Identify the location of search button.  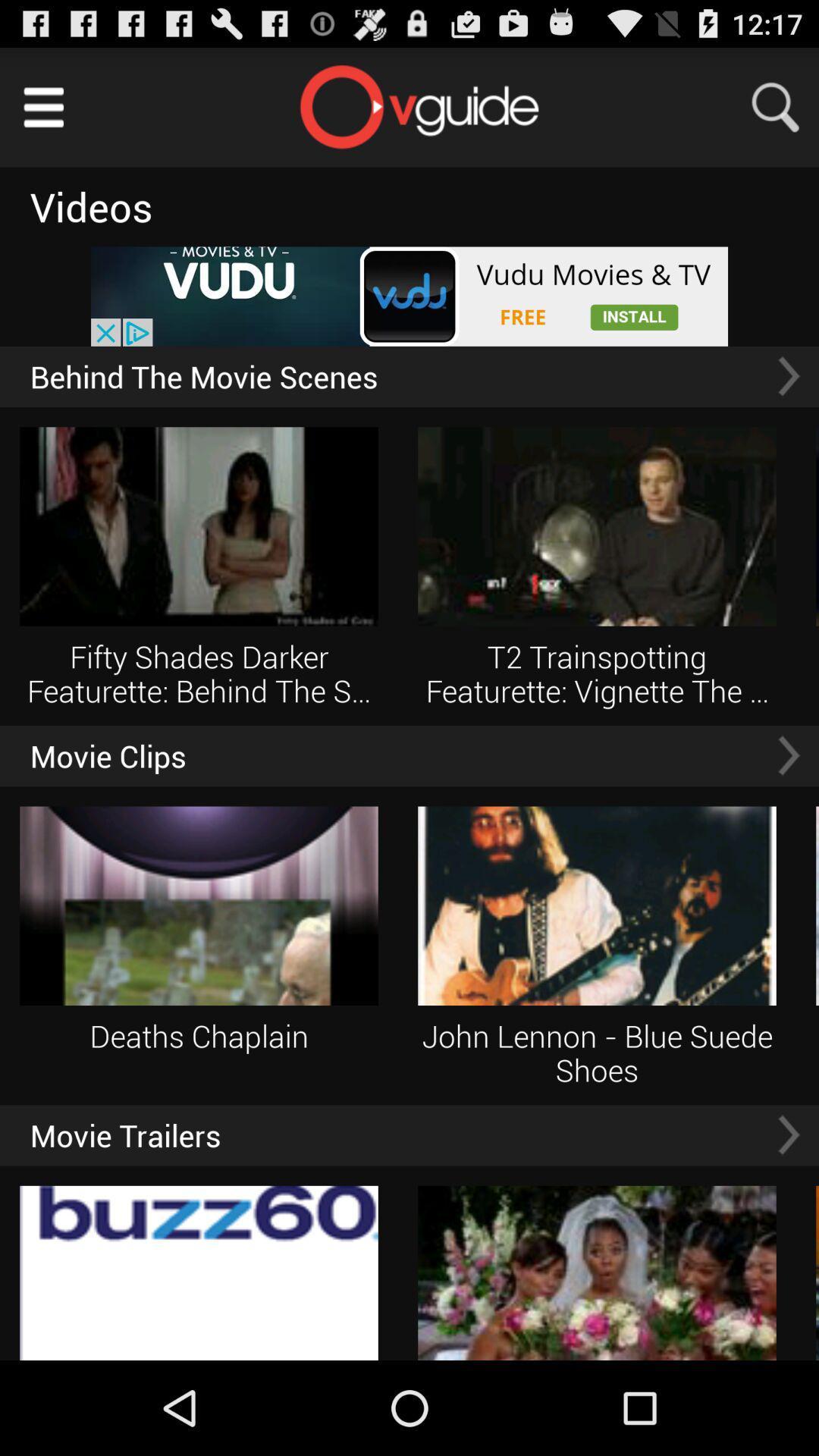
(785, 106).